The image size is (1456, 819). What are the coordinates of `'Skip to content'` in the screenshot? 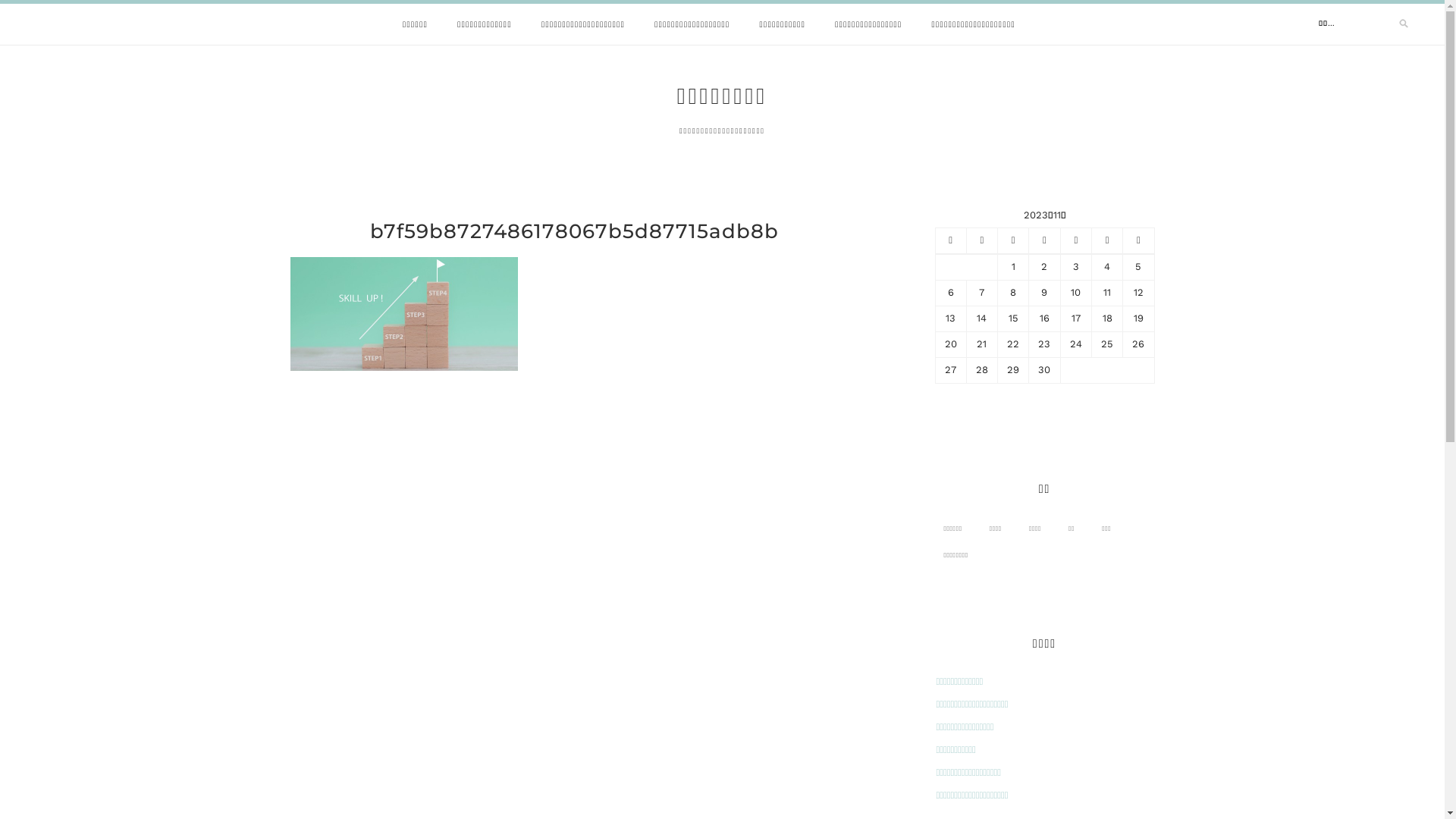 It's located at (0, 0).